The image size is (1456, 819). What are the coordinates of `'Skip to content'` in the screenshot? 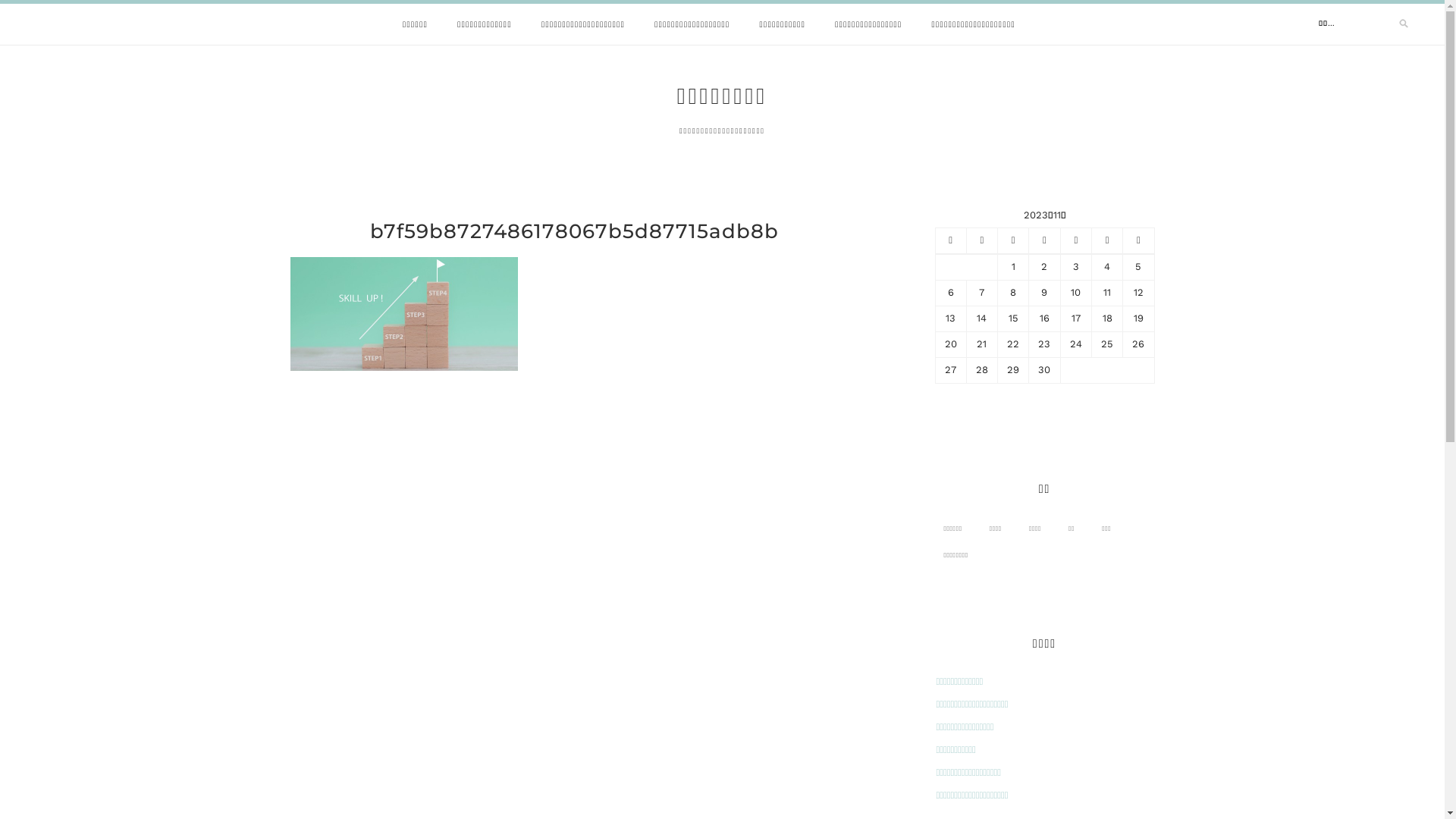 It's located at (0, 0).